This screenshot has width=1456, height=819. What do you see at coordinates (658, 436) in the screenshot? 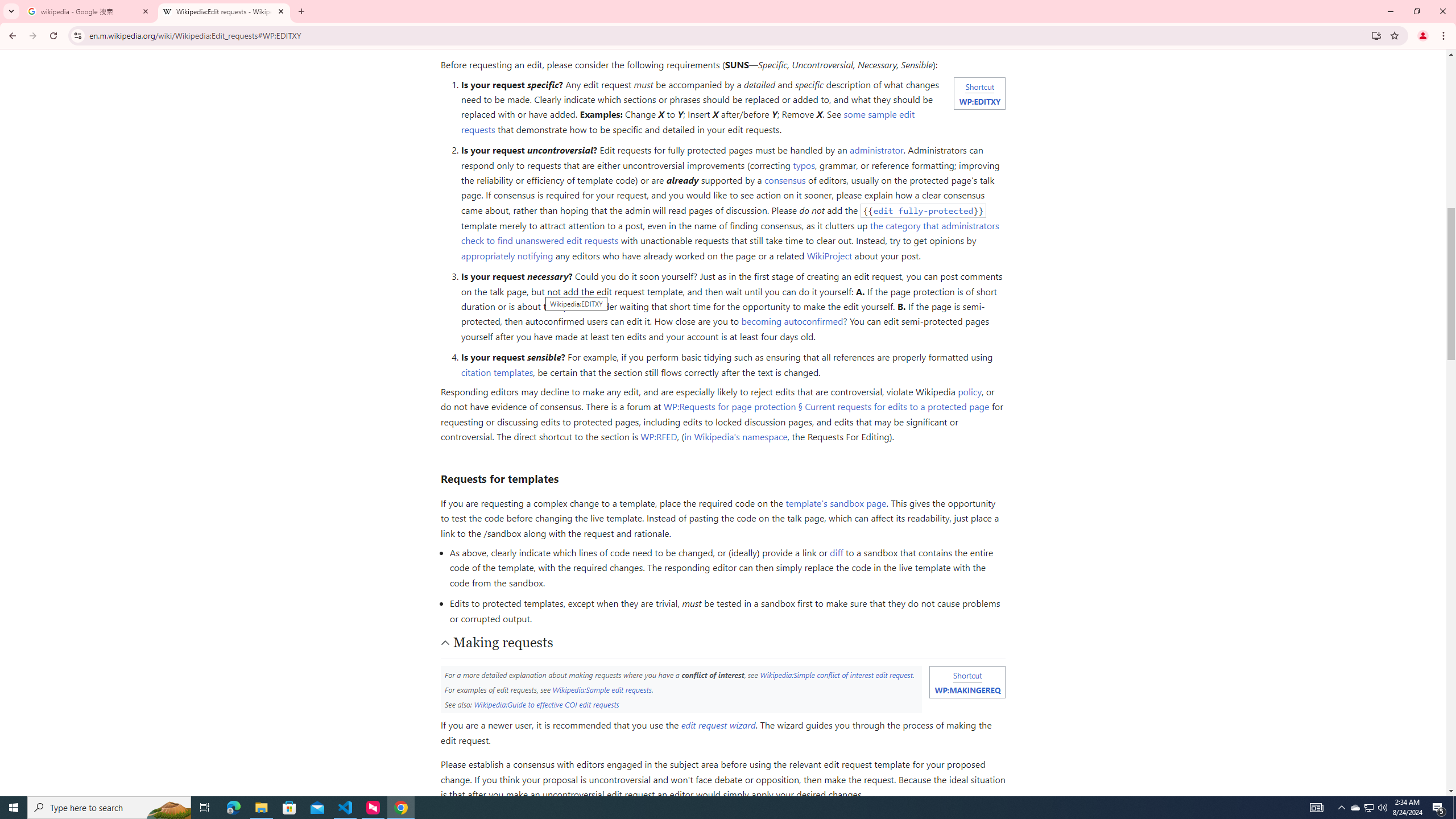
I see `'WP:RFED'` at bounding box center [658, 436].